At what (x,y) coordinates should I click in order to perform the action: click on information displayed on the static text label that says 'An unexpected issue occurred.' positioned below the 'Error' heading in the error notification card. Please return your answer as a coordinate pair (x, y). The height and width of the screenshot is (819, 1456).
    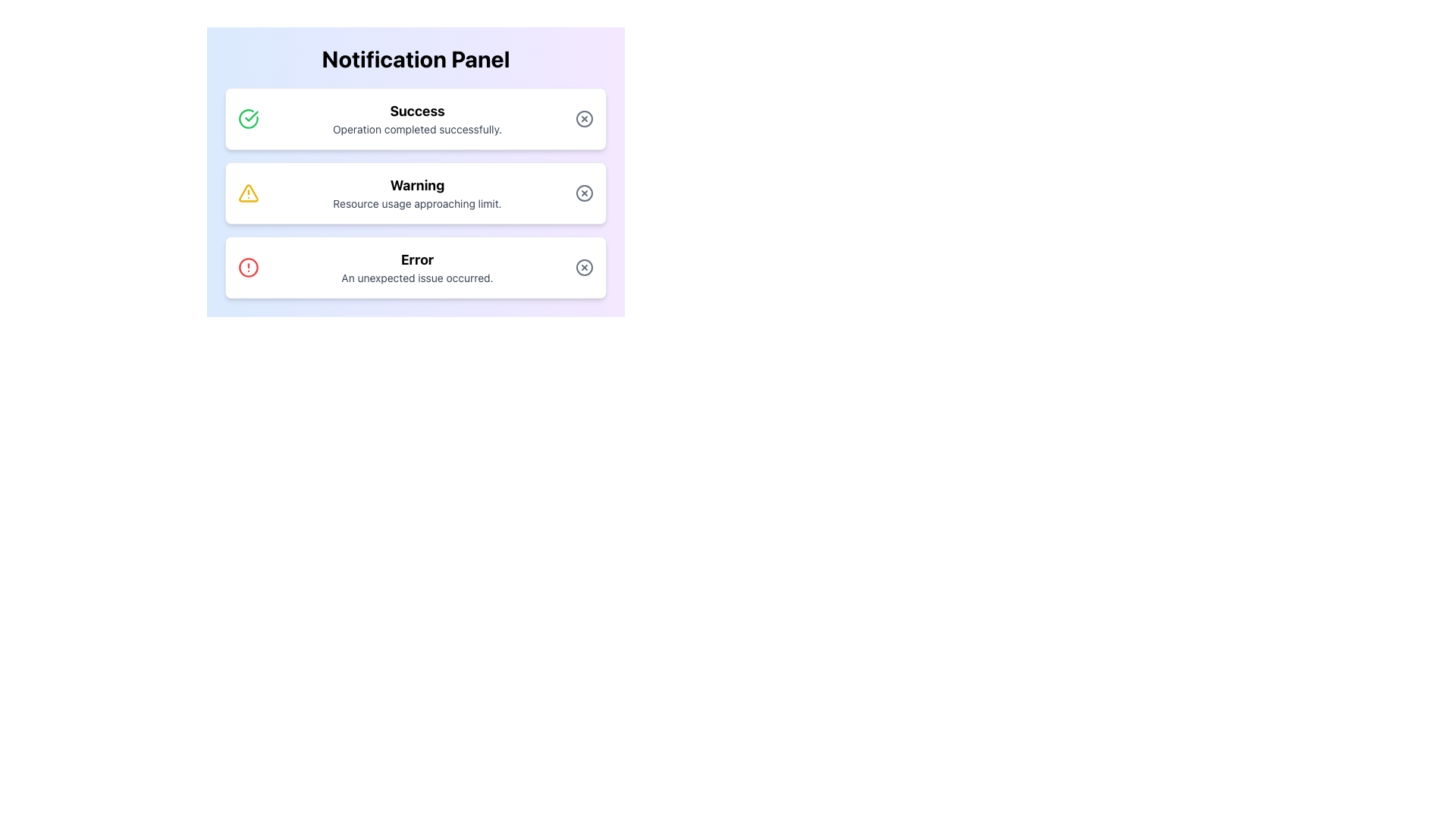
    Looking at the image, I should click on (417, 278).